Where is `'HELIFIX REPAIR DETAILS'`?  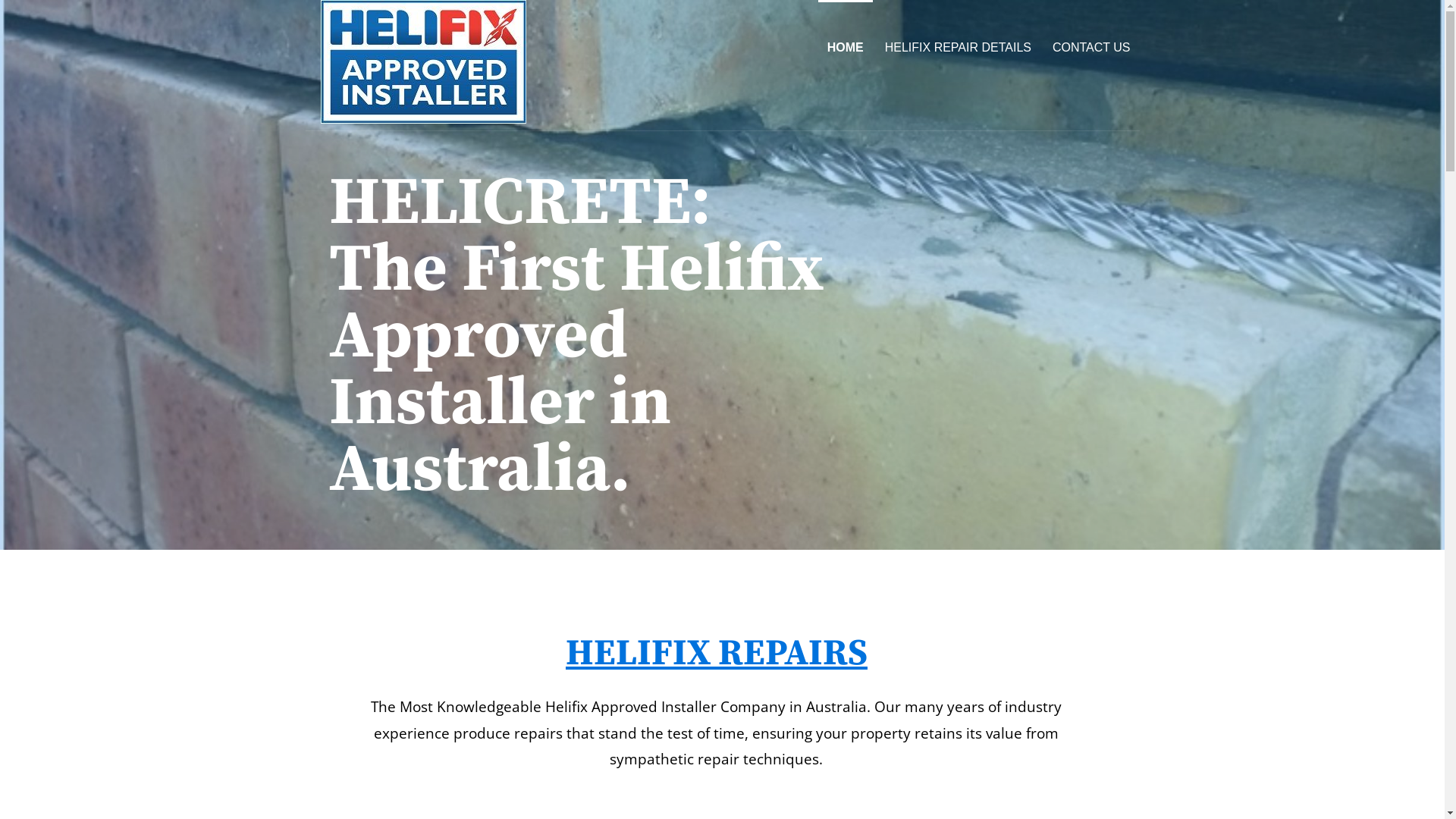 'HELIFIX REPAIR DETAILS' is located at coordinates (957, 46).